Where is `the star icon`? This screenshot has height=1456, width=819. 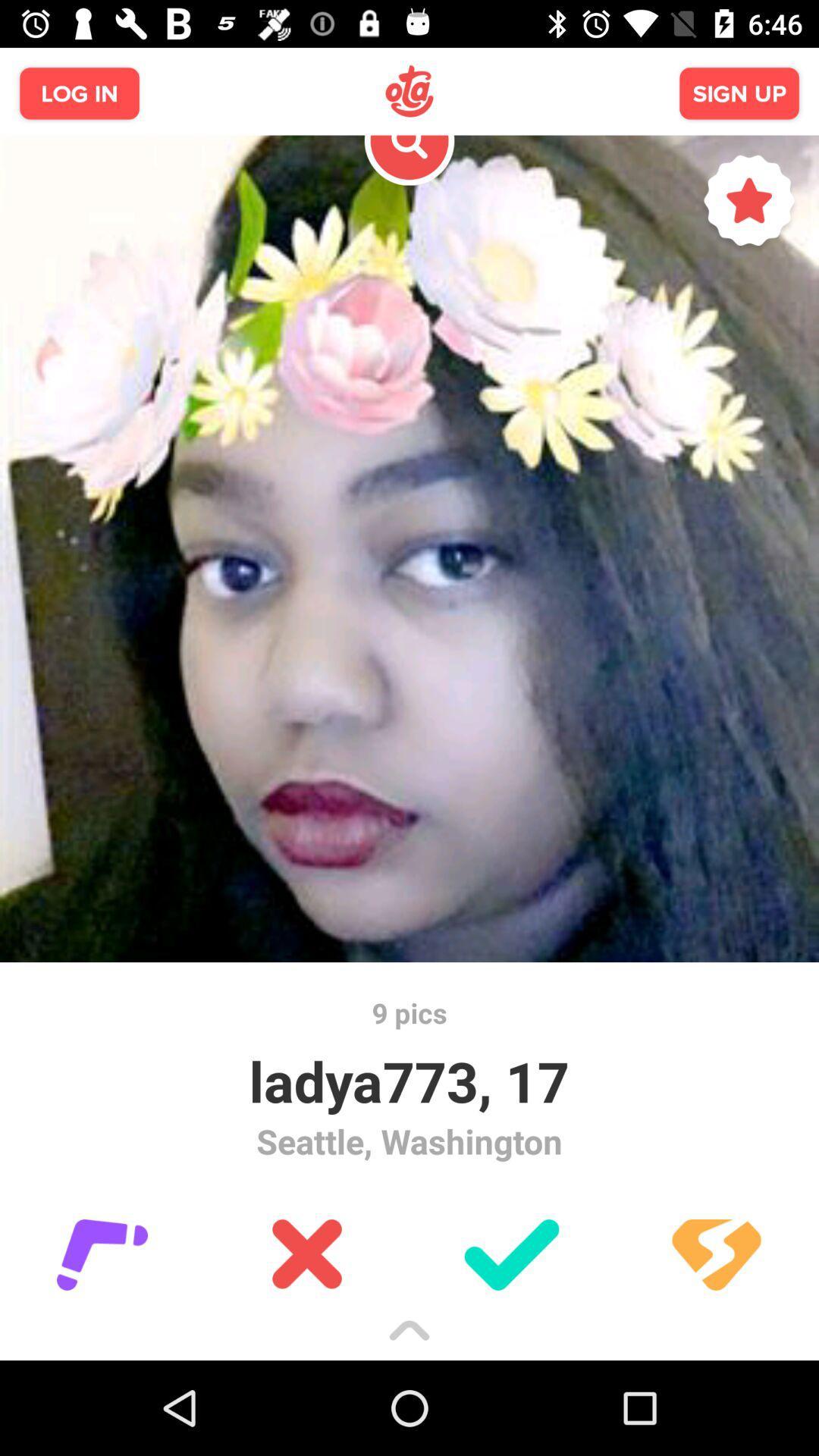
the star icon is located at coordinates (748, 204).